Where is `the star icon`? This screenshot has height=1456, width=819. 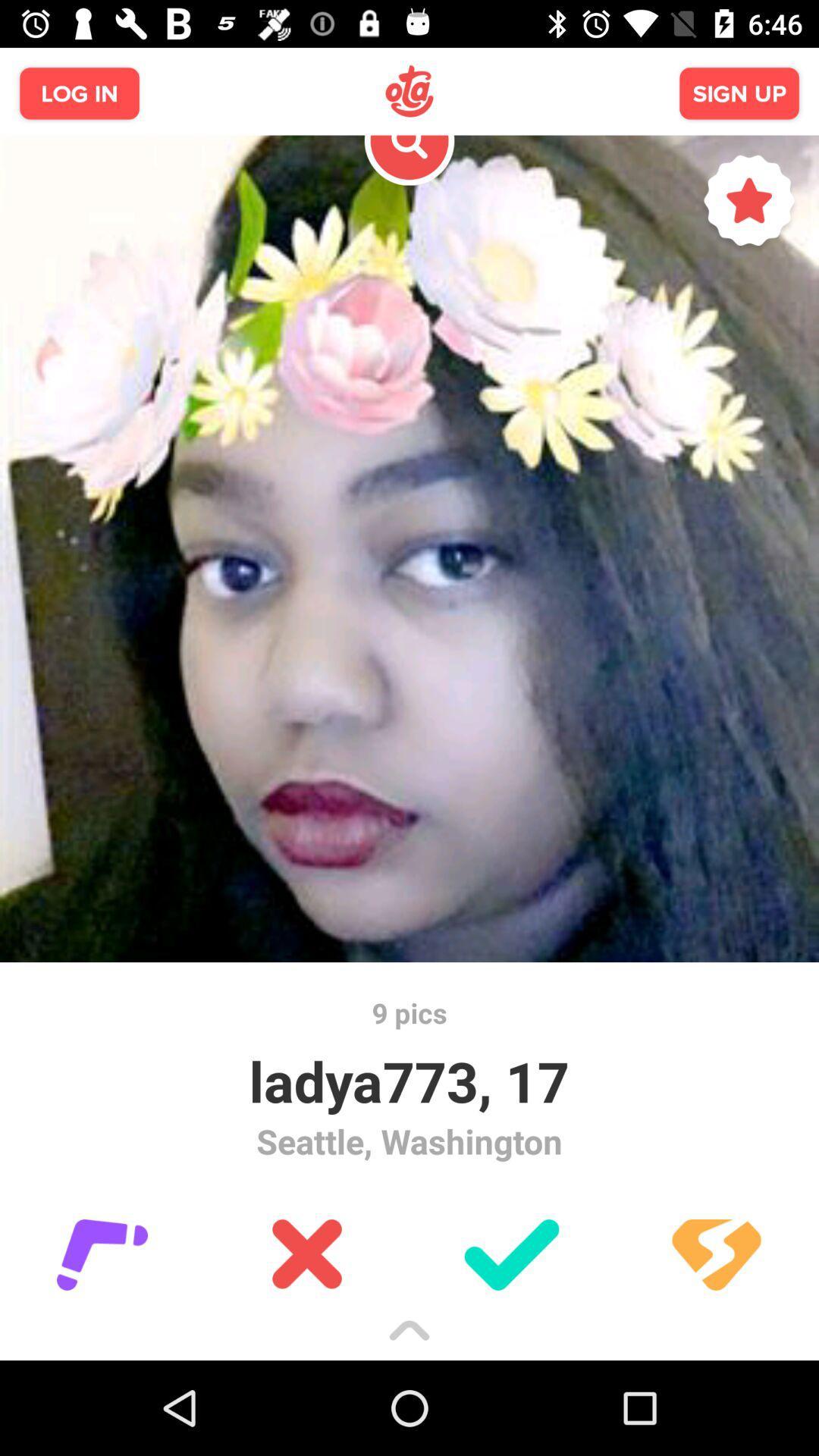
the star icon is located at coordinates (748, 204).